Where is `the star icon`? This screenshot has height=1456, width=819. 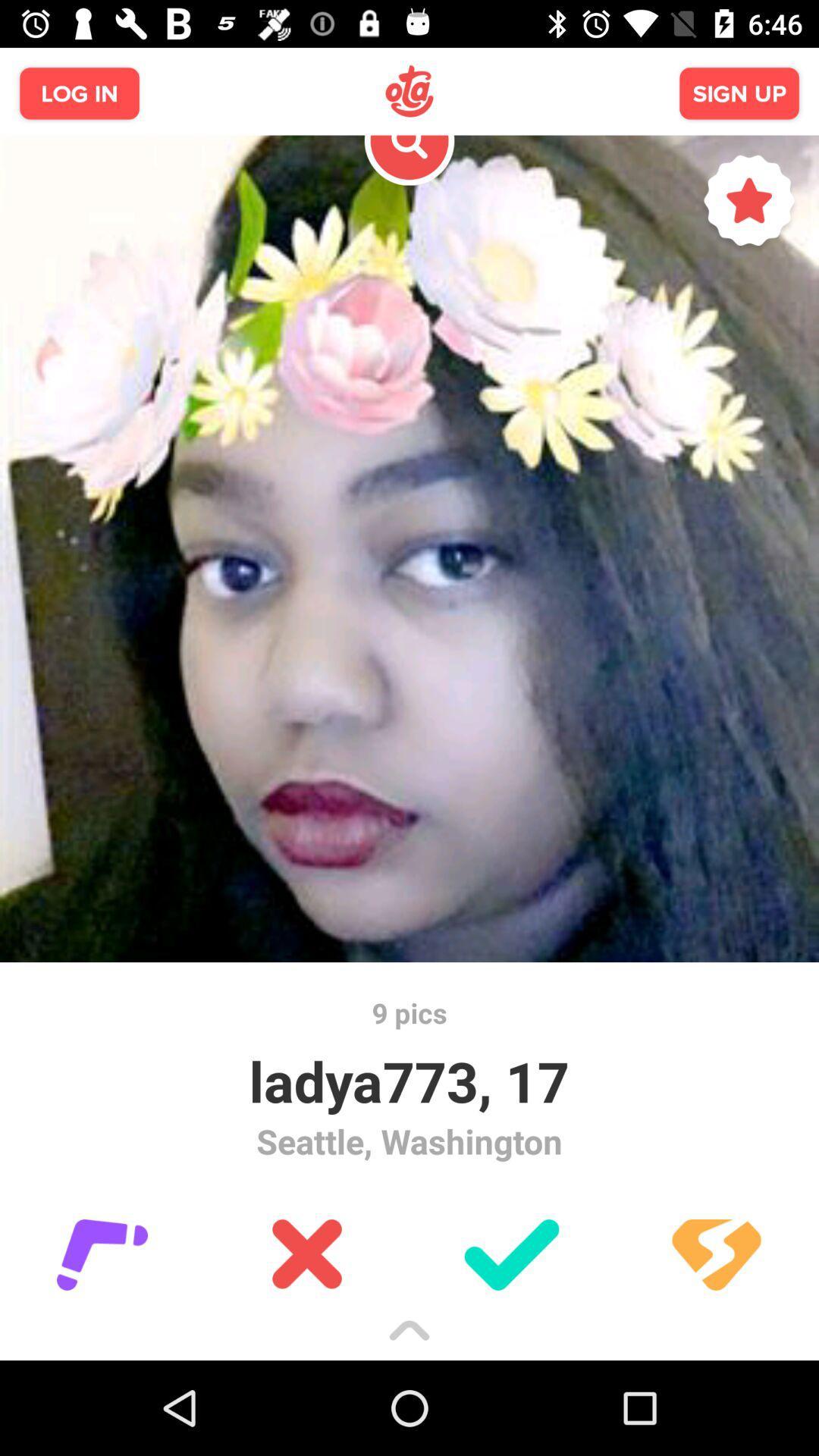
the star icon is located at coordinates (748, 204).